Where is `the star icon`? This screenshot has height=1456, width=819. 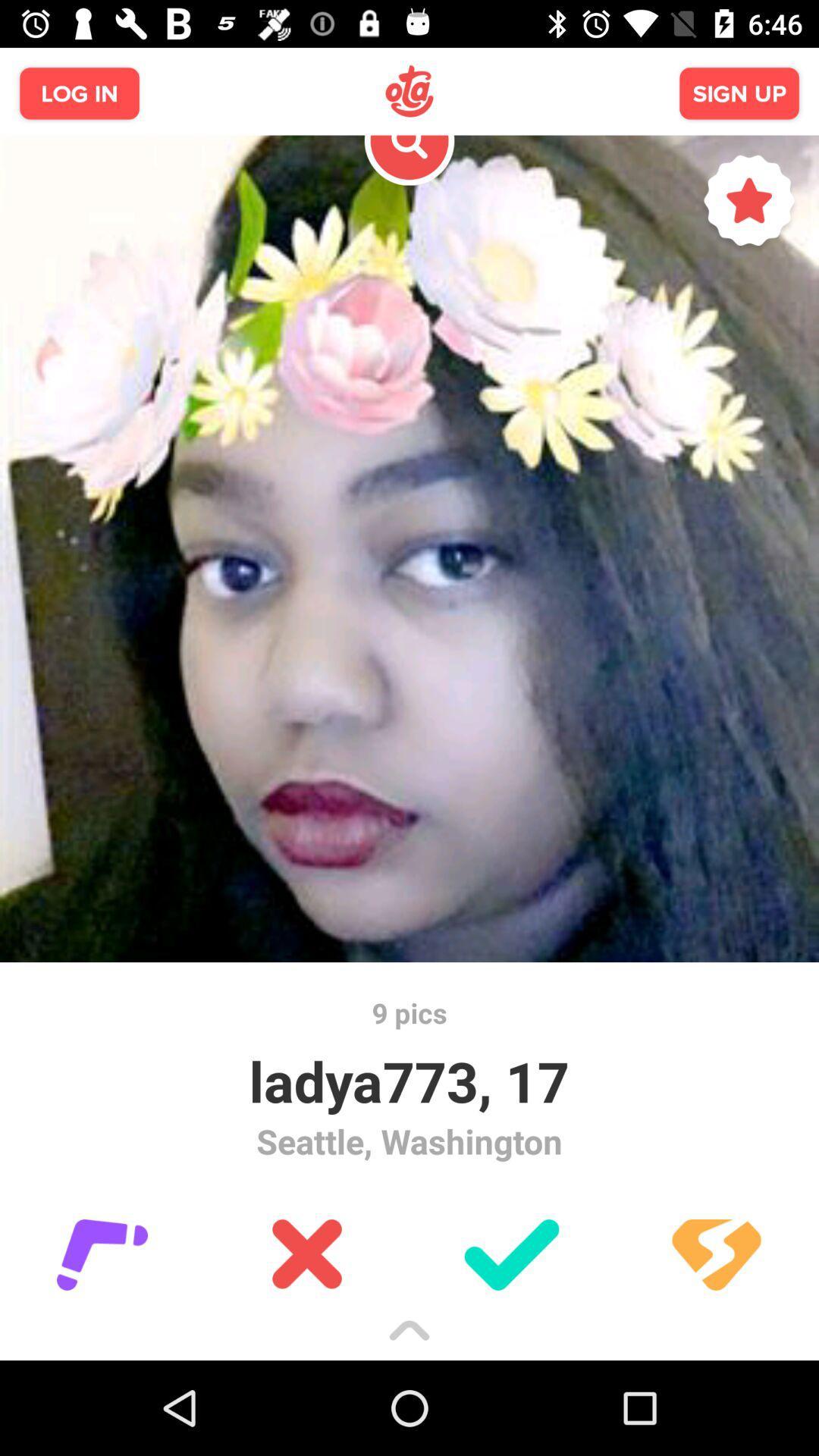
the star icon is located at coordinates (748, 204).